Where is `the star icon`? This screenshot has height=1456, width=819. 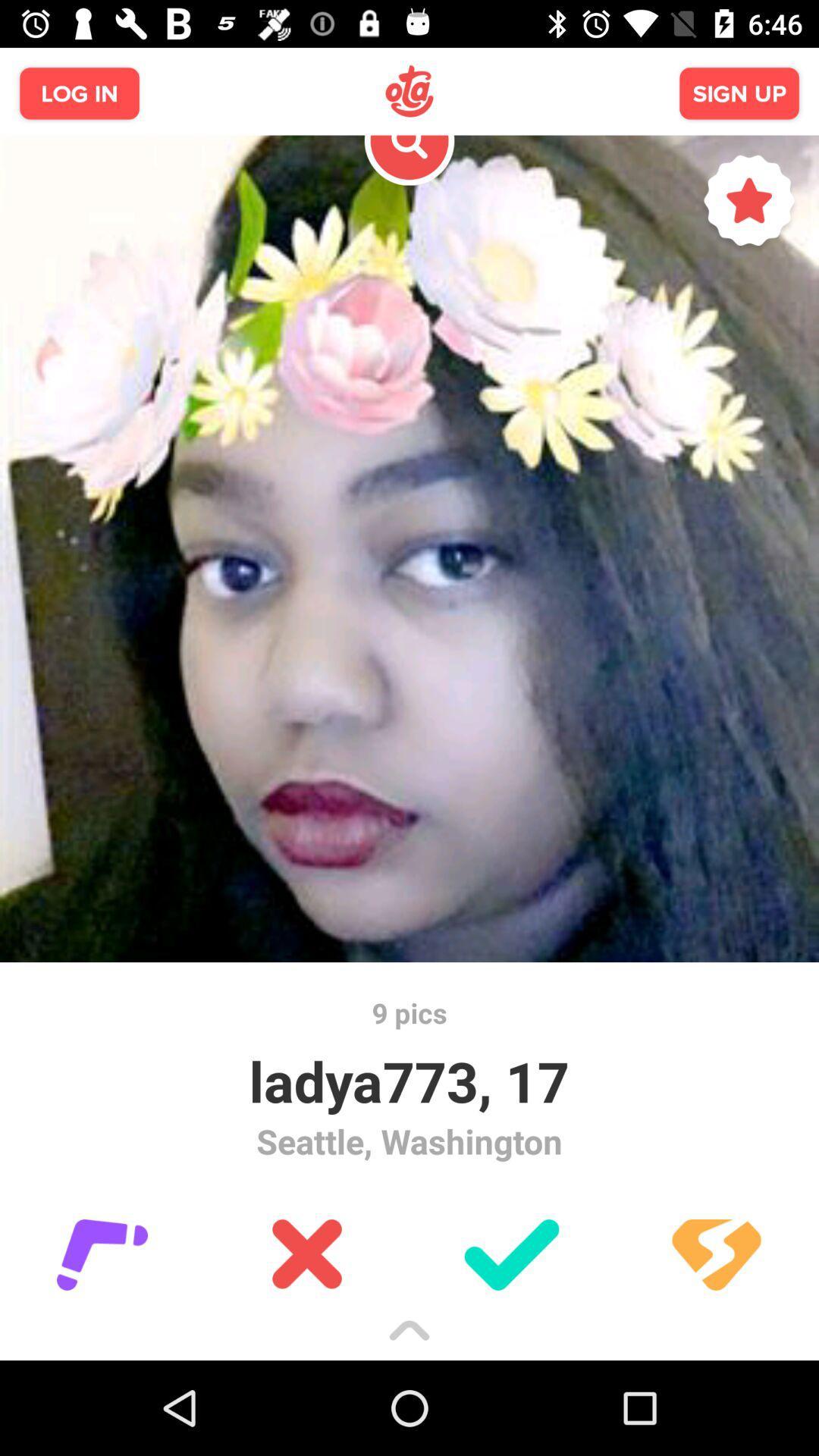
the star icon is located at coordinates (748, 204).